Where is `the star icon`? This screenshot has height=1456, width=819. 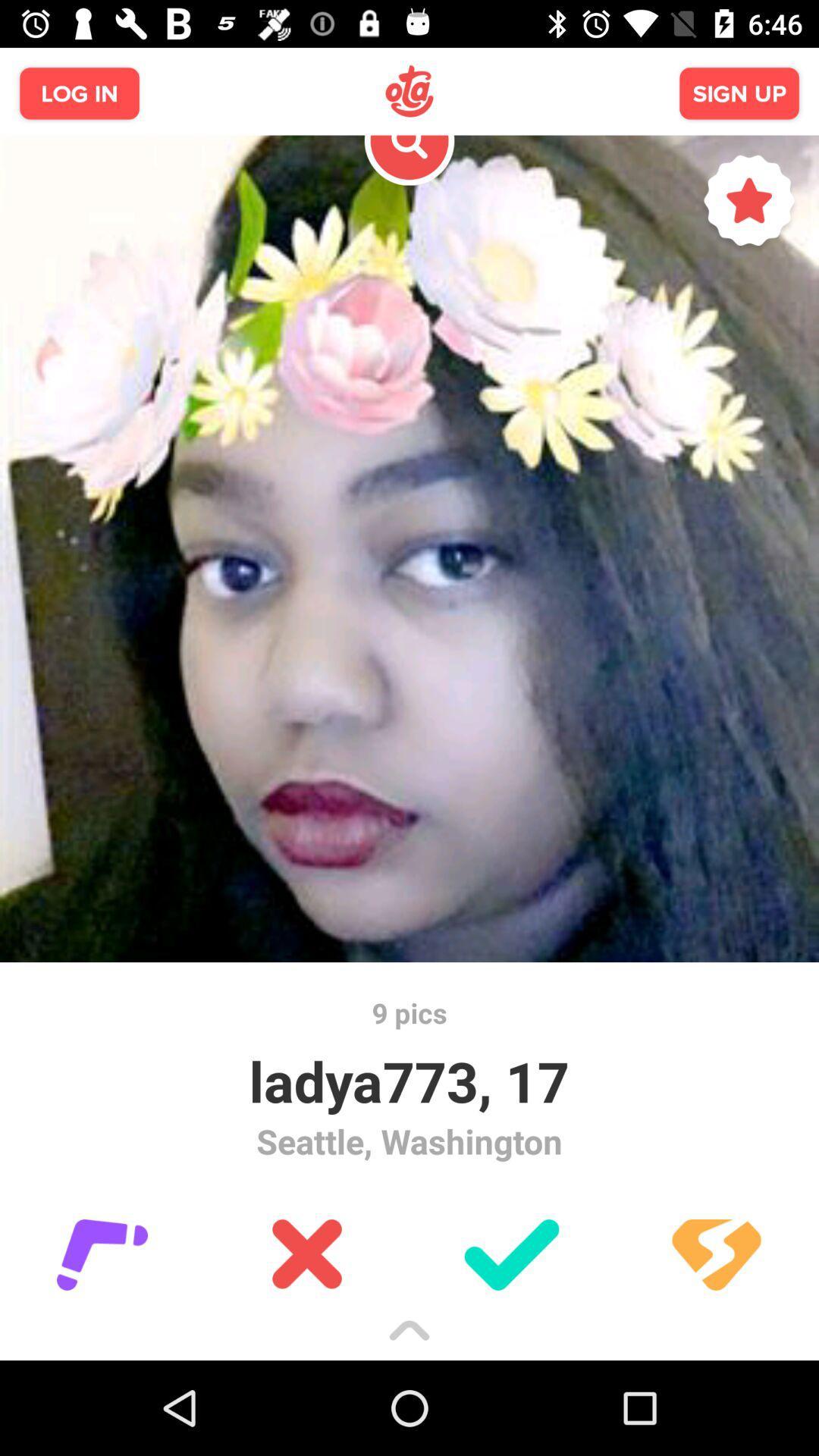
the star icon is located at coordinates (748, 204).